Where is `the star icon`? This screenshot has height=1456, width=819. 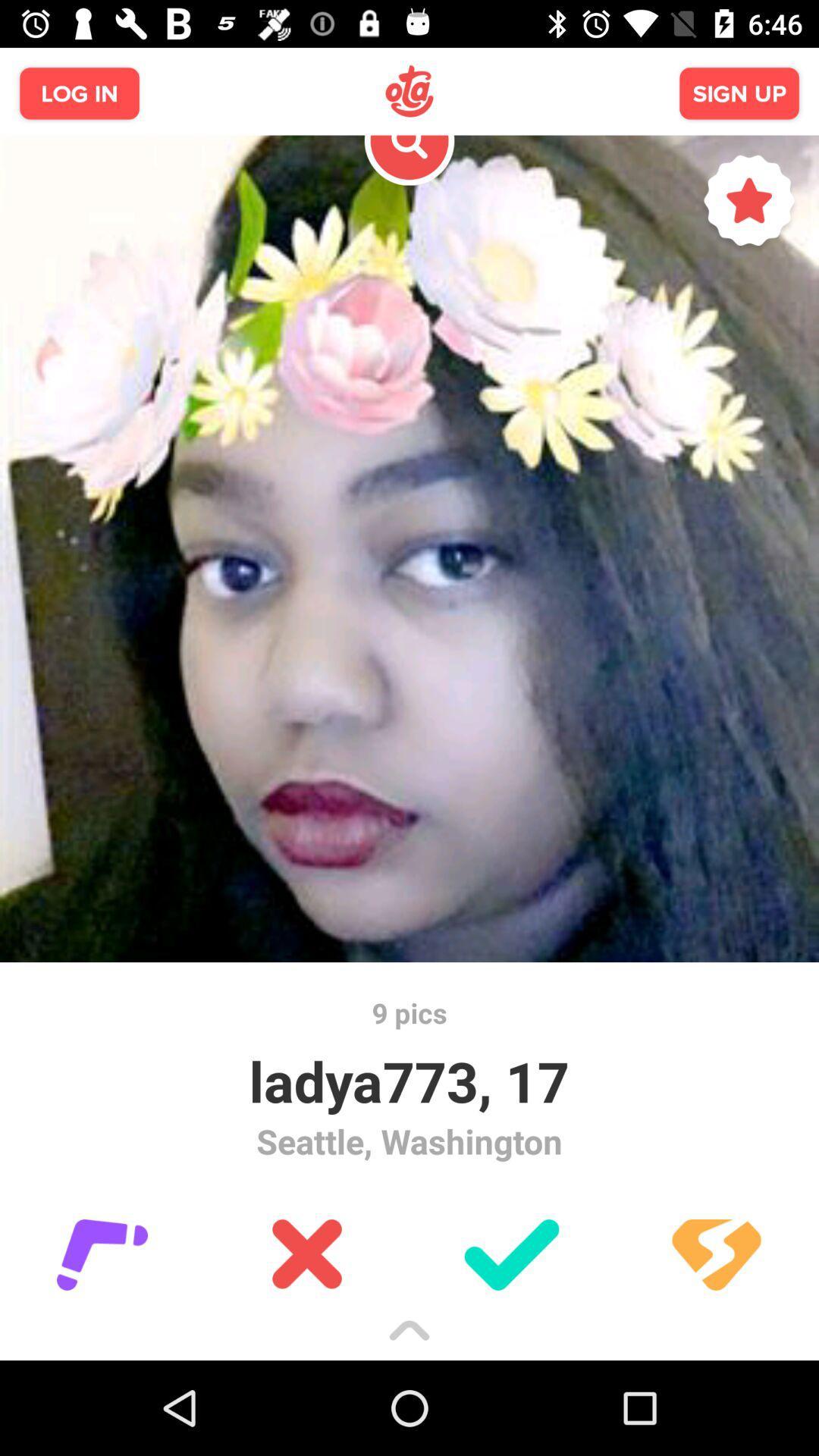
the star icon is located at coordinates (748, 204).